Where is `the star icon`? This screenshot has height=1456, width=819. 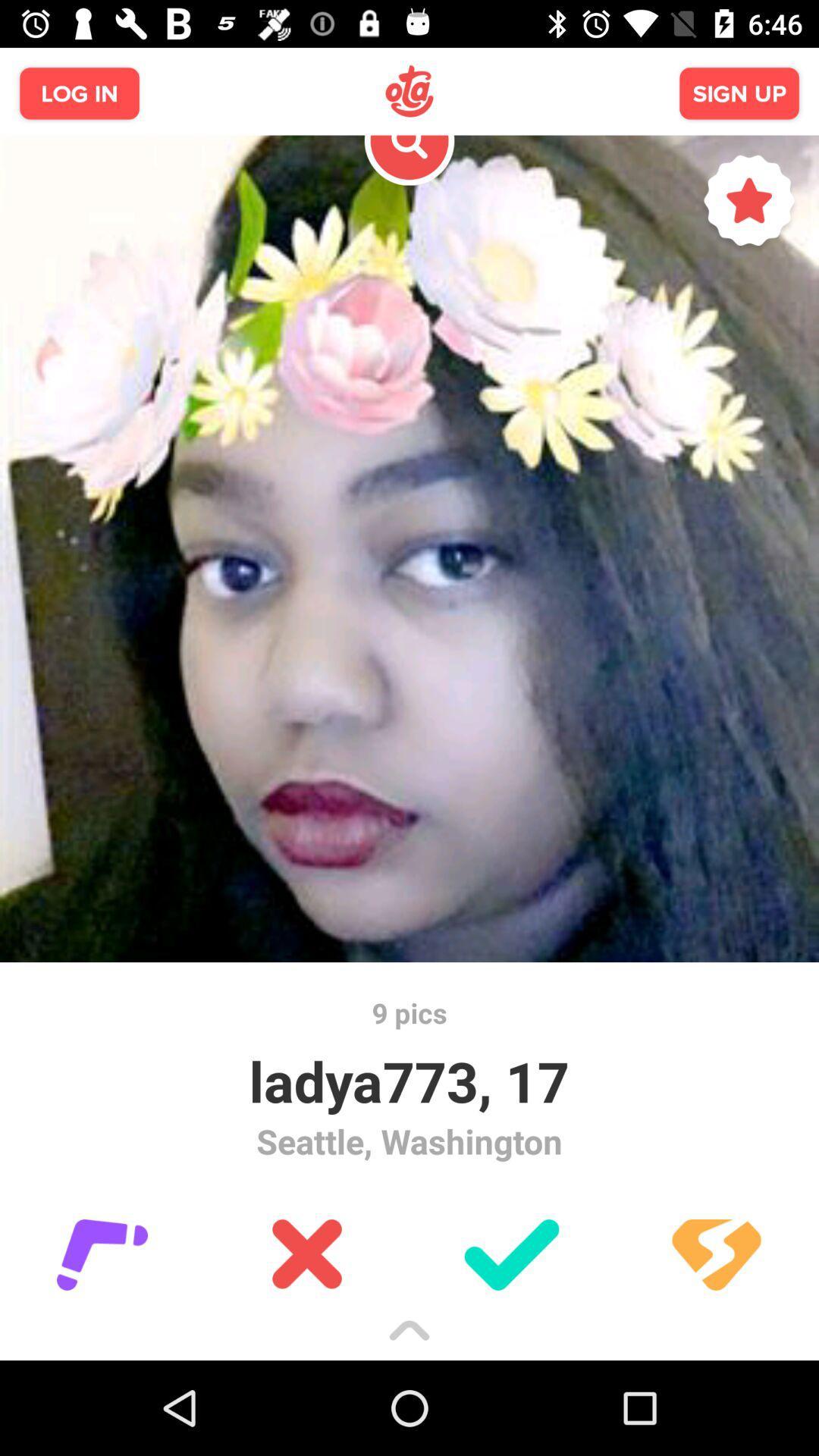
the star icon is located at coordinates (748, 204).